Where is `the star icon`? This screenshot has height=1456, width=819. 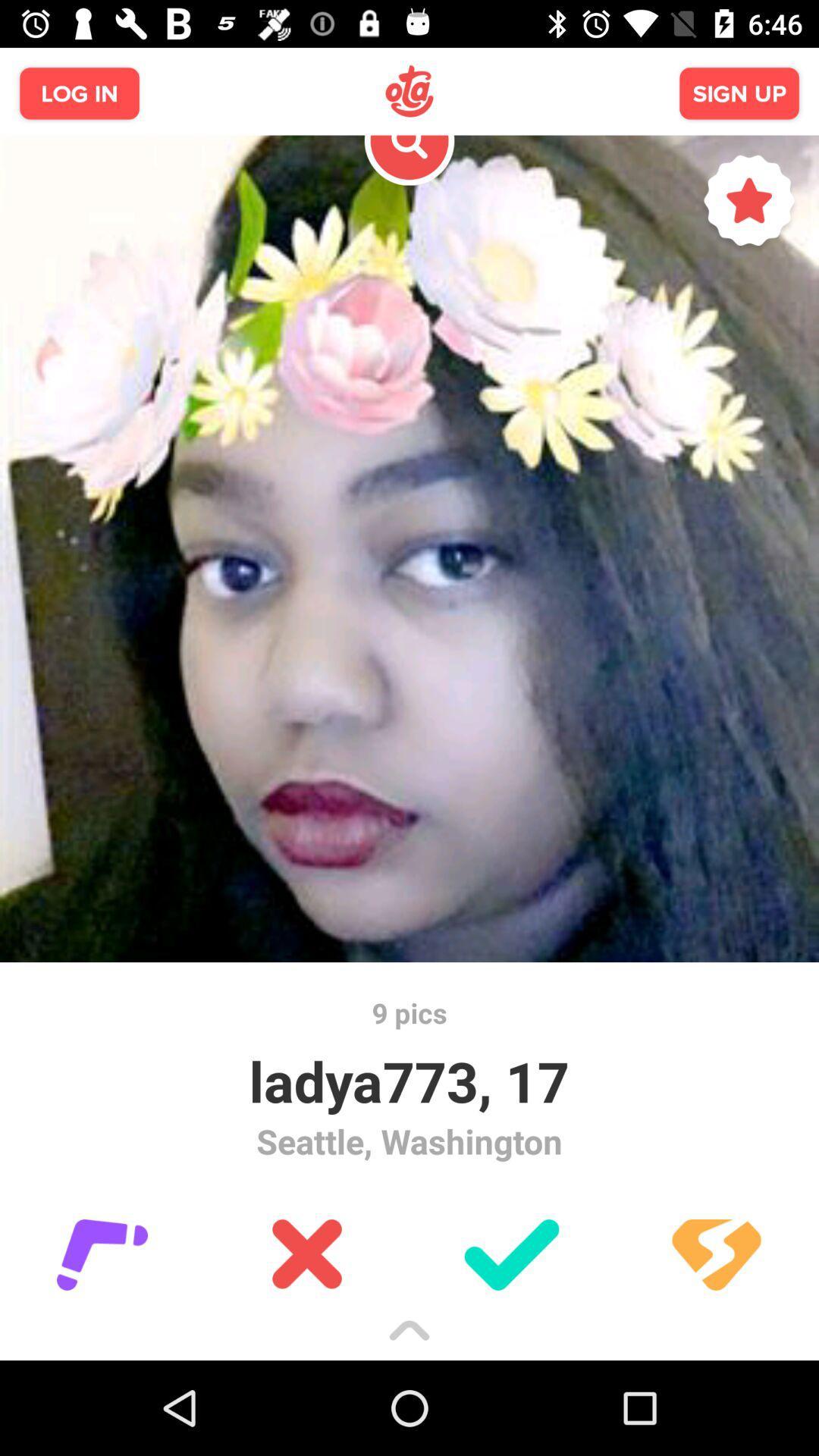
the star icon is located at coordinates (748, 204).